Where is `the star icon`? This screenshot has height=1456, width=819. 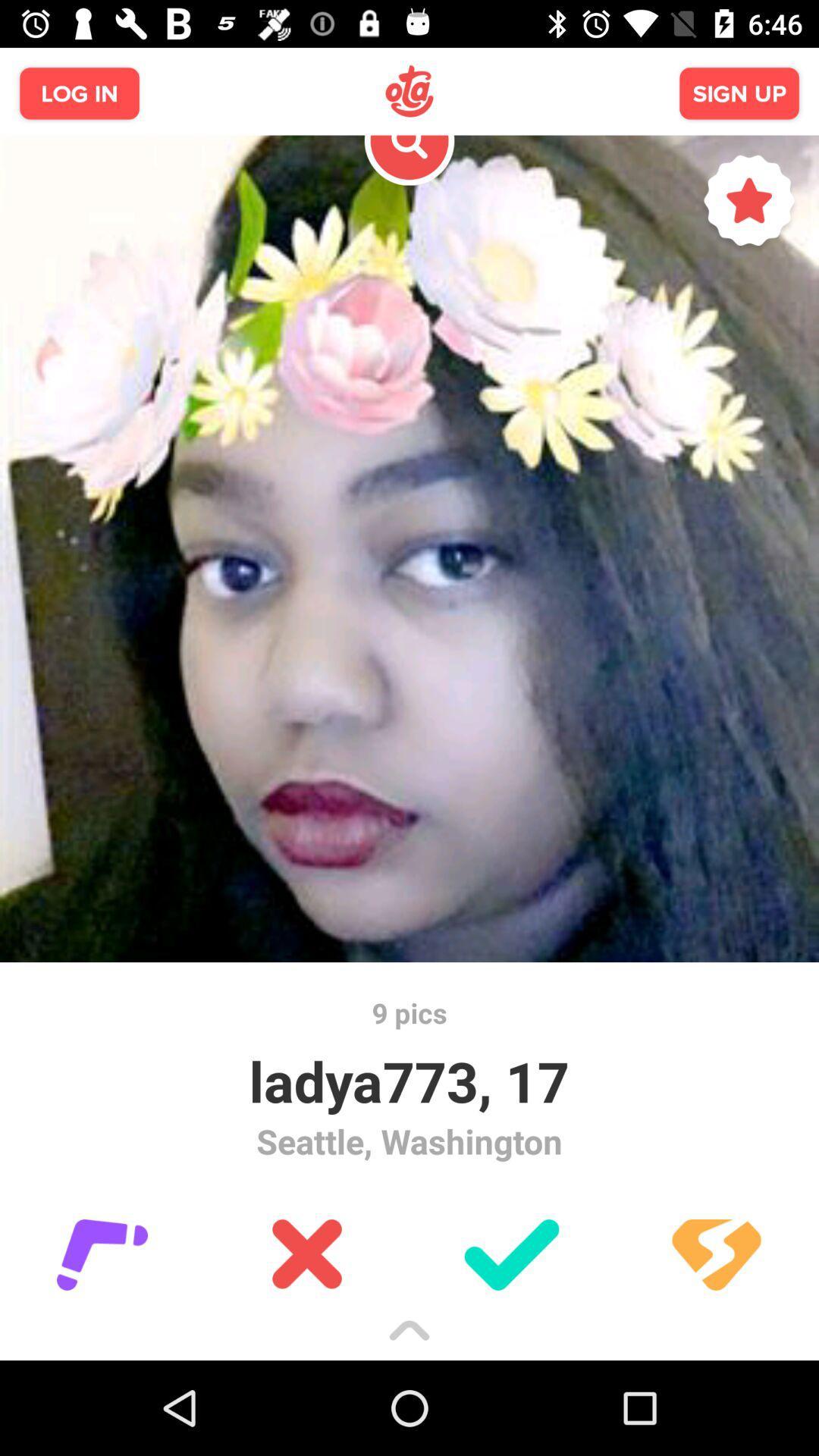
the star icon is located at coordinates (748, 204).